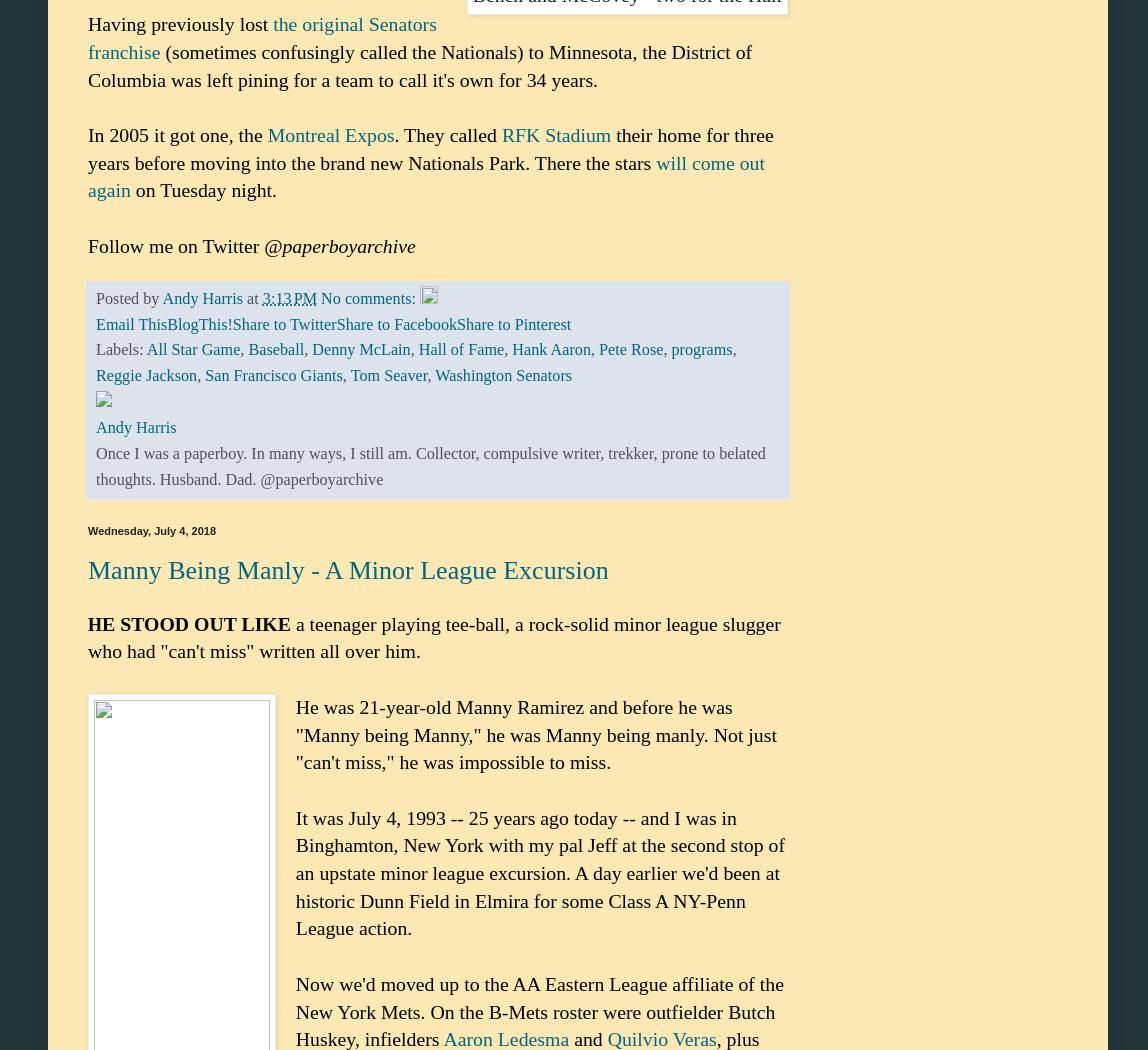 The image size is (1148, 1050). Describe the element at coordinates (199, 324) in the screenshot. I see `'BlogThis!'` at that location.